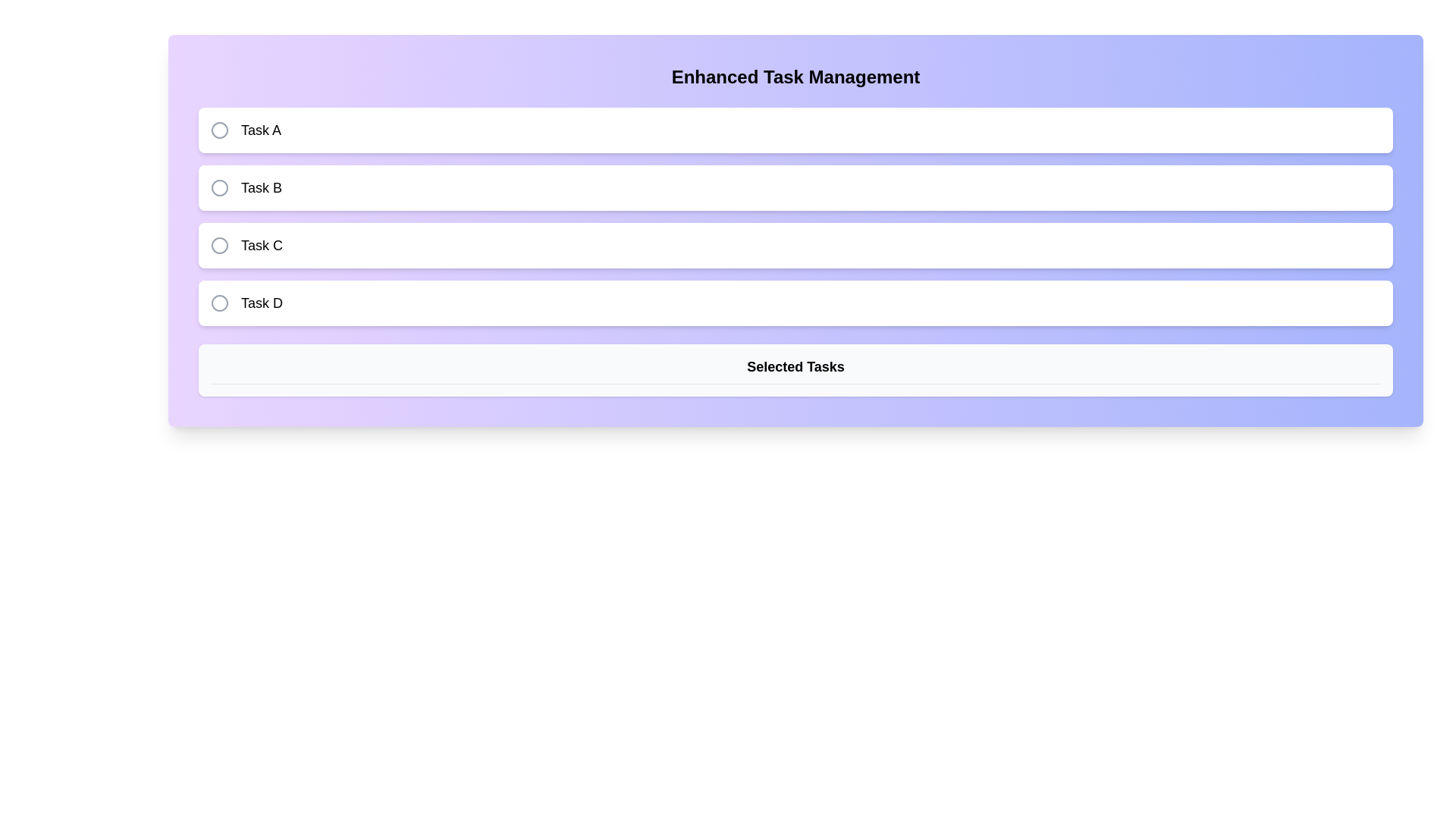 Image resolution: width=1456 pixels, height=819 pixels. I want to click on the radio button (checkable circle) associated with 'Task B' for interactivity feedback, so click(218, 187).